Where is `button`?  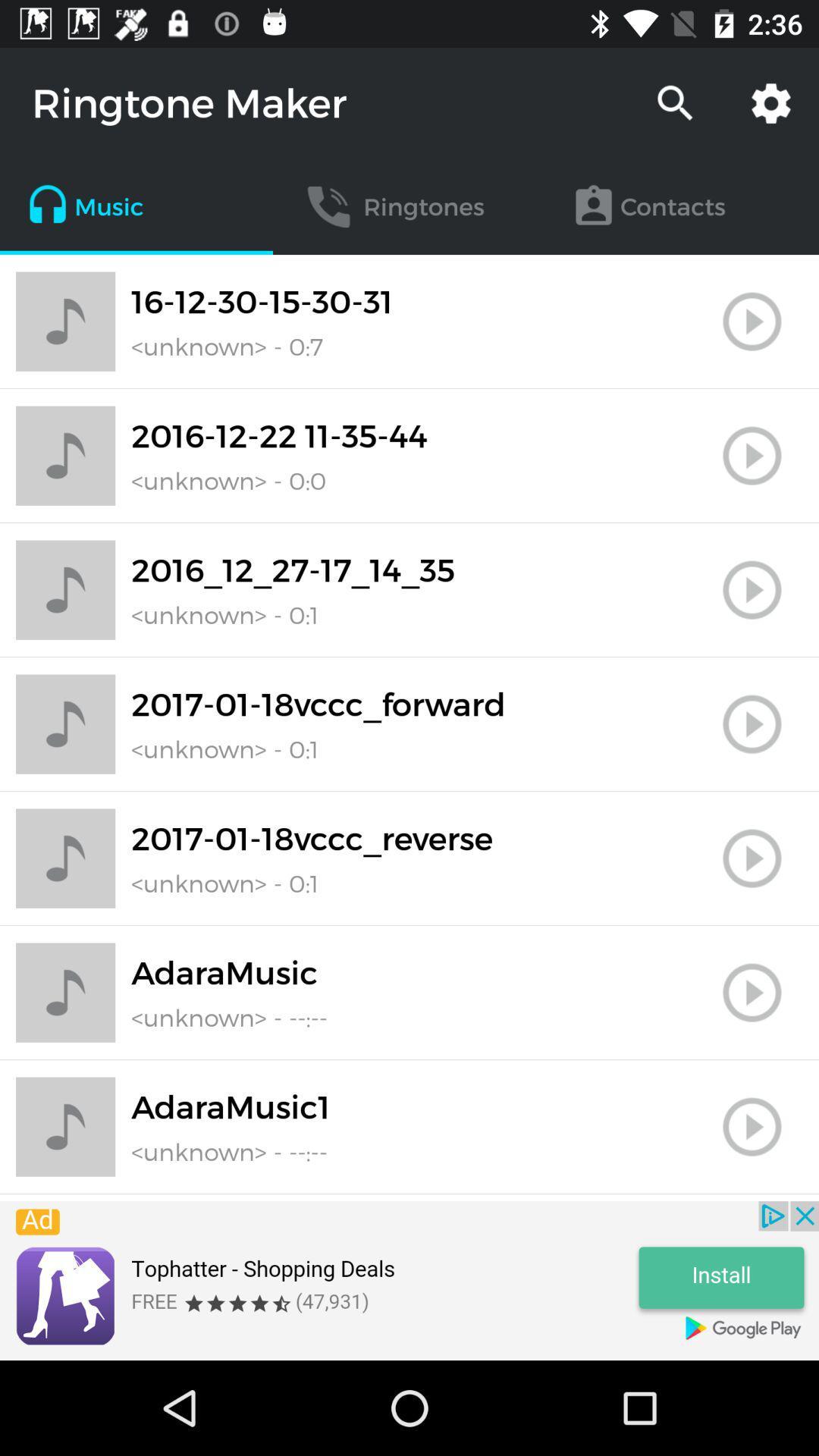 button is located at coordinates (752, 858).